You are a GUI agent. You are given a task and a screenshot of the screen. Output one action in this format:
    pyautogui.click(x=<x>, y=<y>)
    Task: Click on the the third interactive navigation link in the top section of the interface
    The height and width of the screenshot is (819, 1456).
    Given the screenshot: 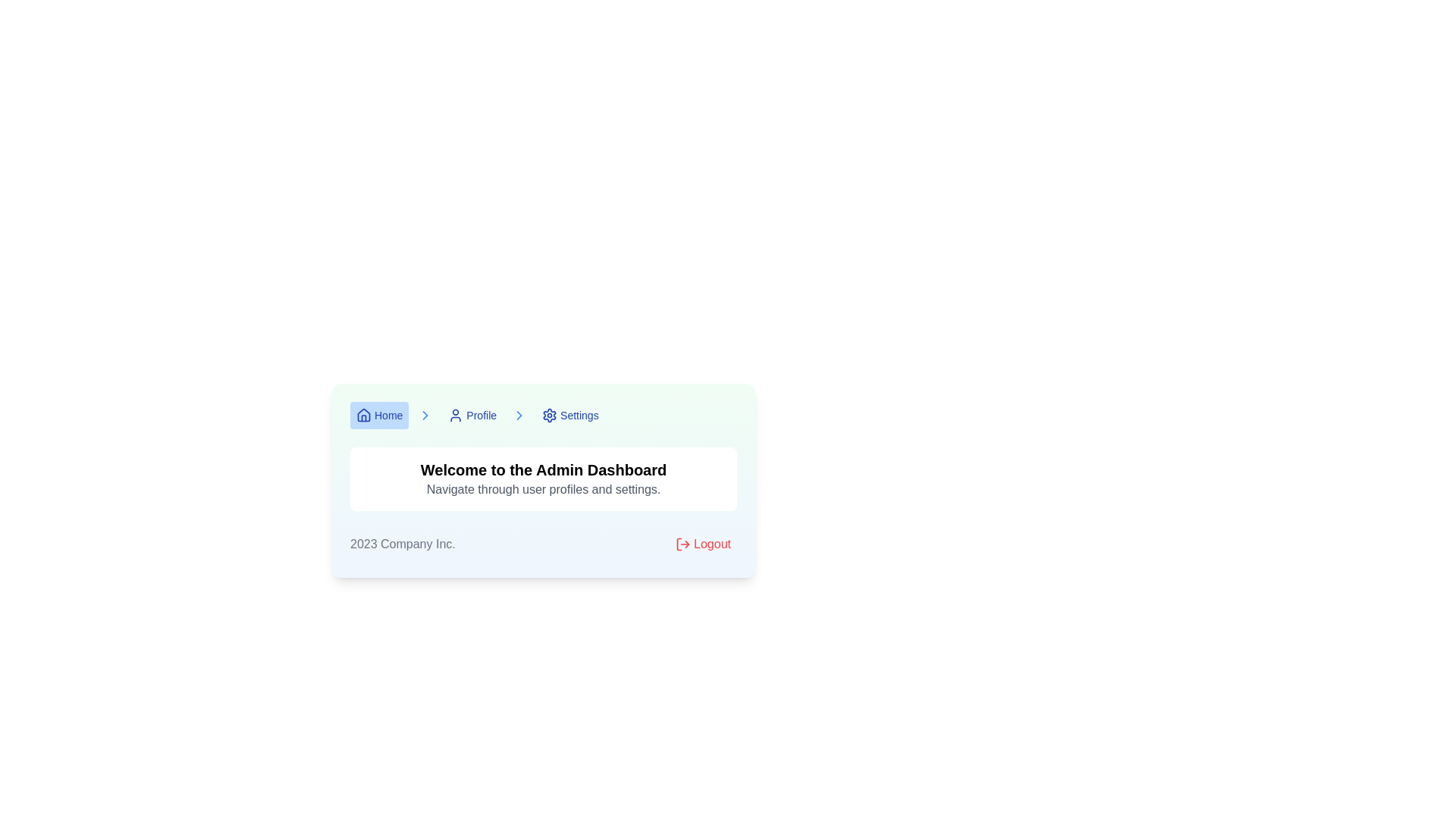 What is the action you would take?
    pyautogui.click(x=570, y=415)
    